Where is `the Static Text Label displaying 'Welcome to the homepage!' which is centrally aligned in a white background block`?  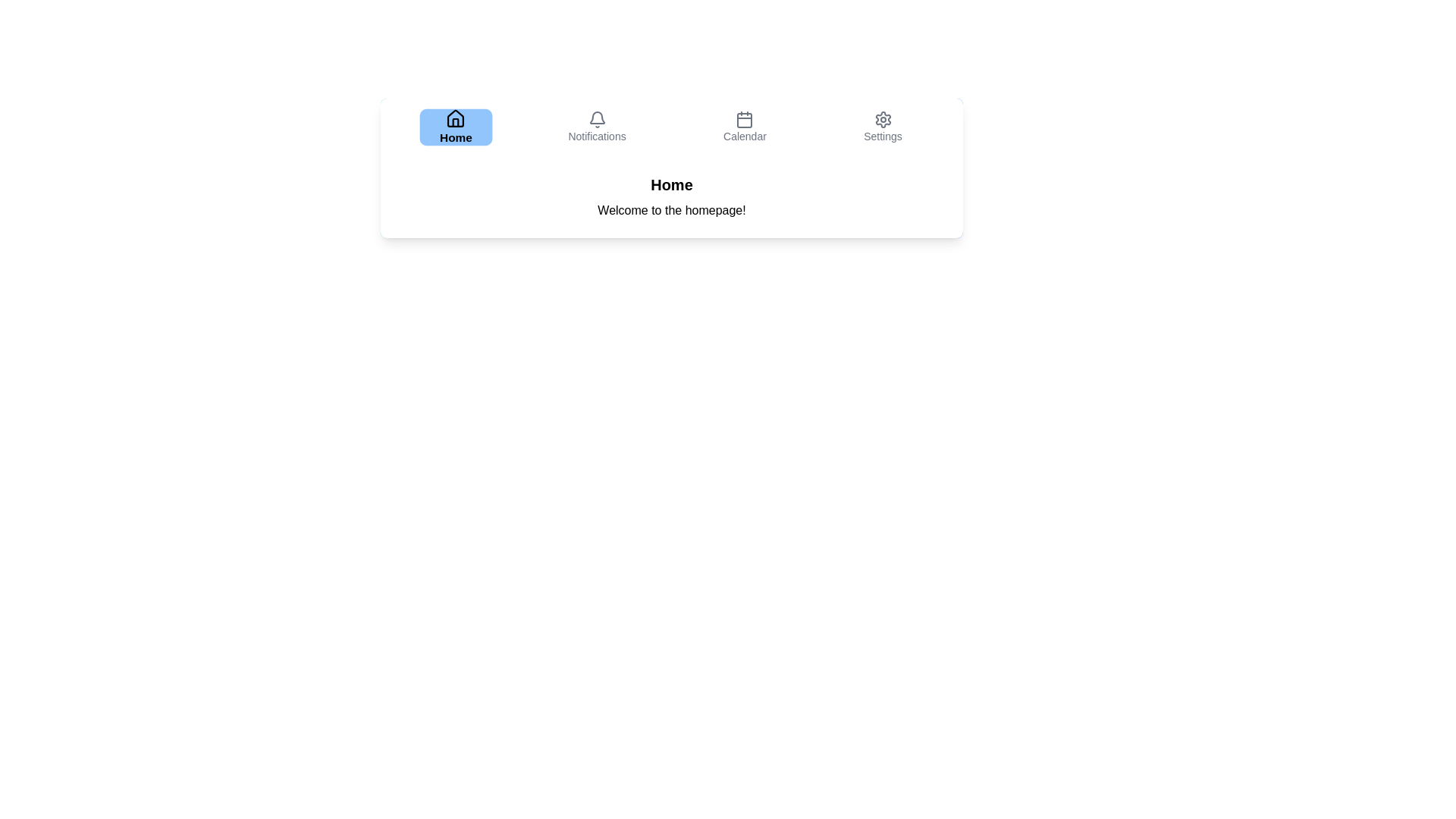
the Static Text Label displaying 'Welcome to the homepage!' which is centrally aligned in a white background block is located at coordinates (671, 210).